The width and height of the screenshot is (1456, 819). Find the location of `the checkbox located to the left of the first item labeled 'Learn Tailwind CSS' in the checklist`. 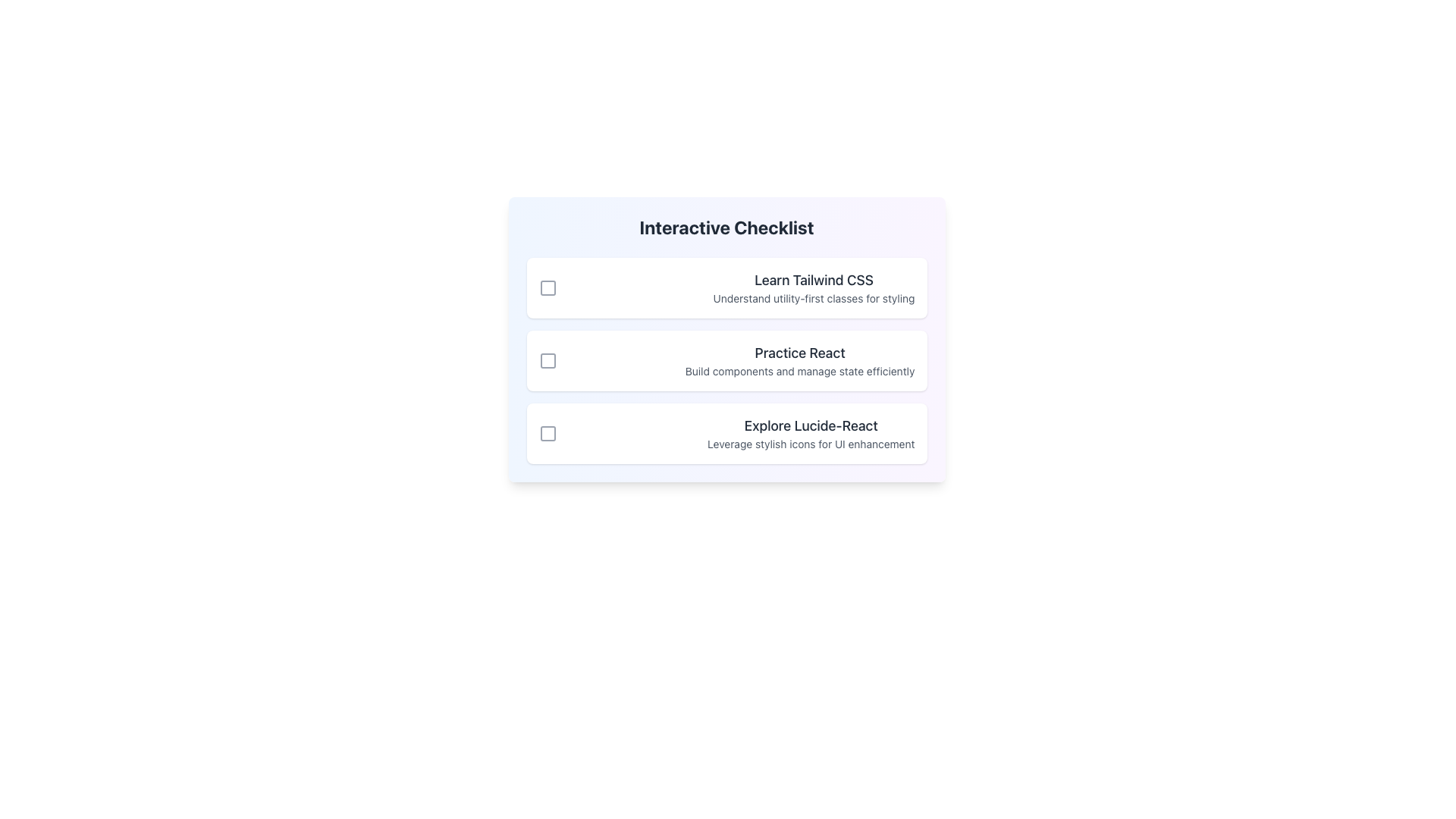

the checkbox located to the left of the first item labeled 'Learn Tailwind CSS' in the checklist is located at coordinates (547, 288).